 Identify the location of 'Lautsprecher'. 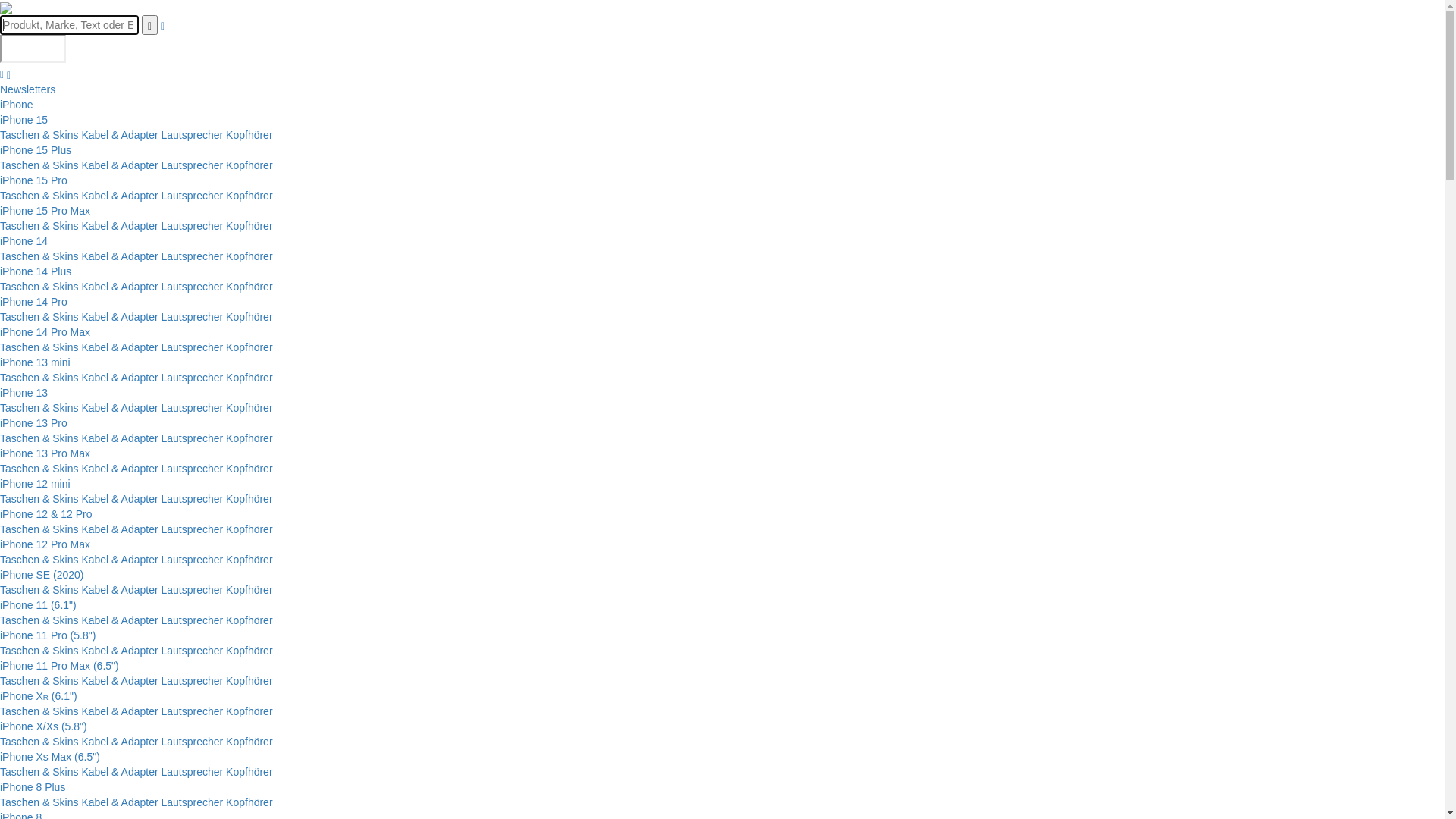
(191, 165).